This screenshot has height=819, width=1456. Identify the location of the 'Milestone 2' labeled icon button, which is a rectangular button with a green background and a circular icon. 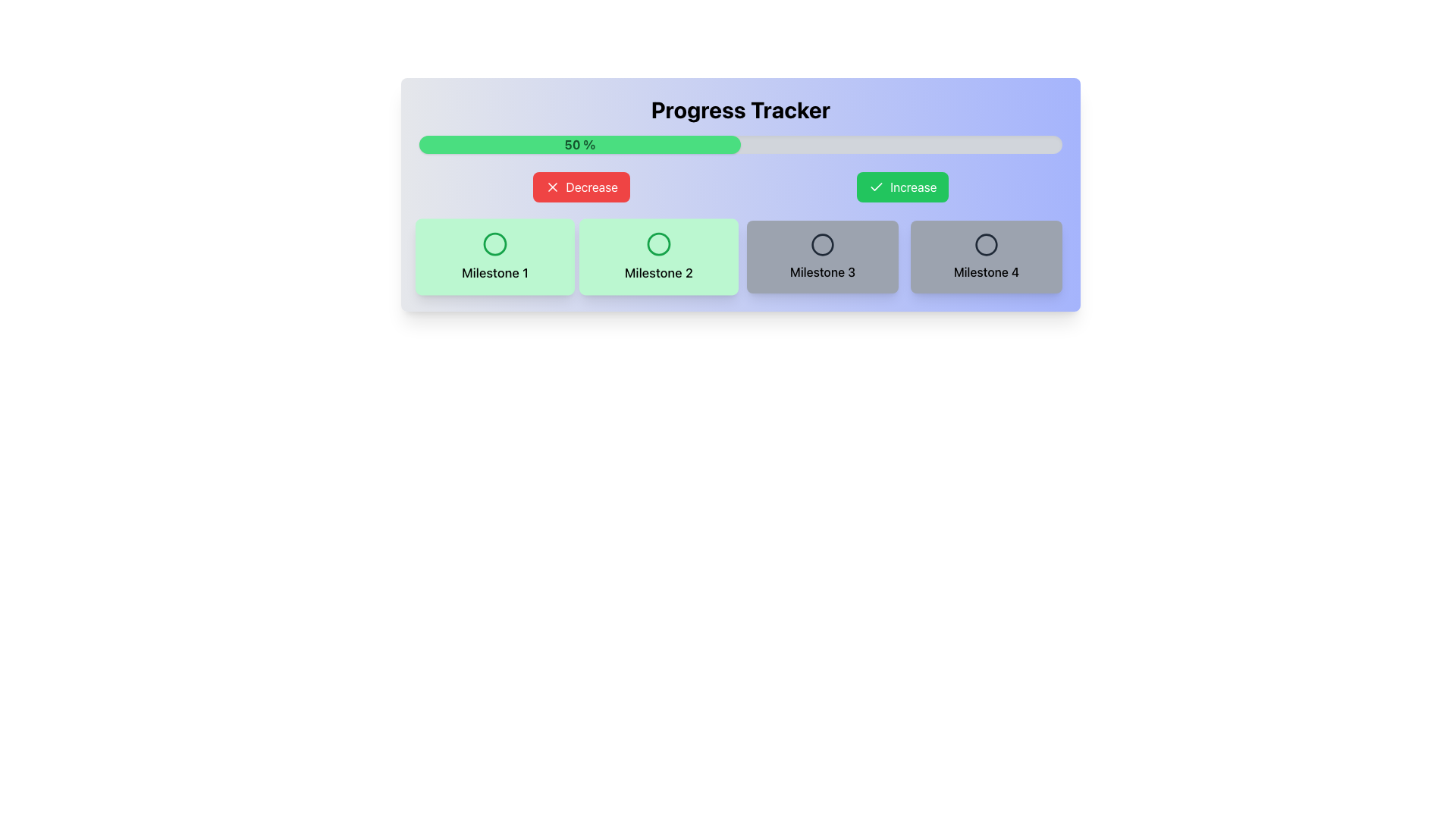
(658, 256).